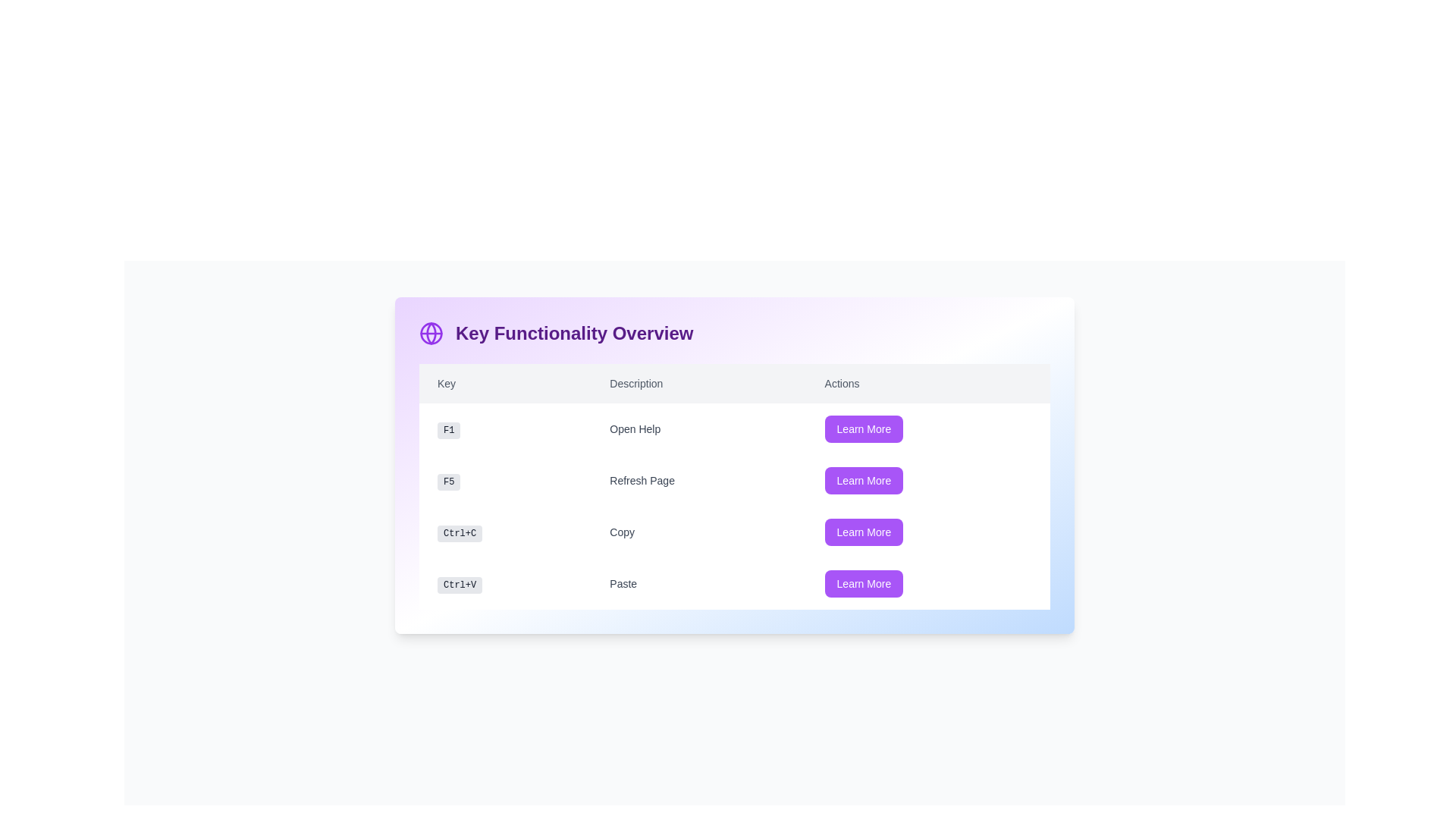 This screenshot has width=1456, height=819. Describe the element at coordinates (864, 480) in the screenshot. I see `the button in the 'Actions' column of the 'Key Functionality Overview' section, located in the second row adjacent to 'Refresh Page'` at that location.